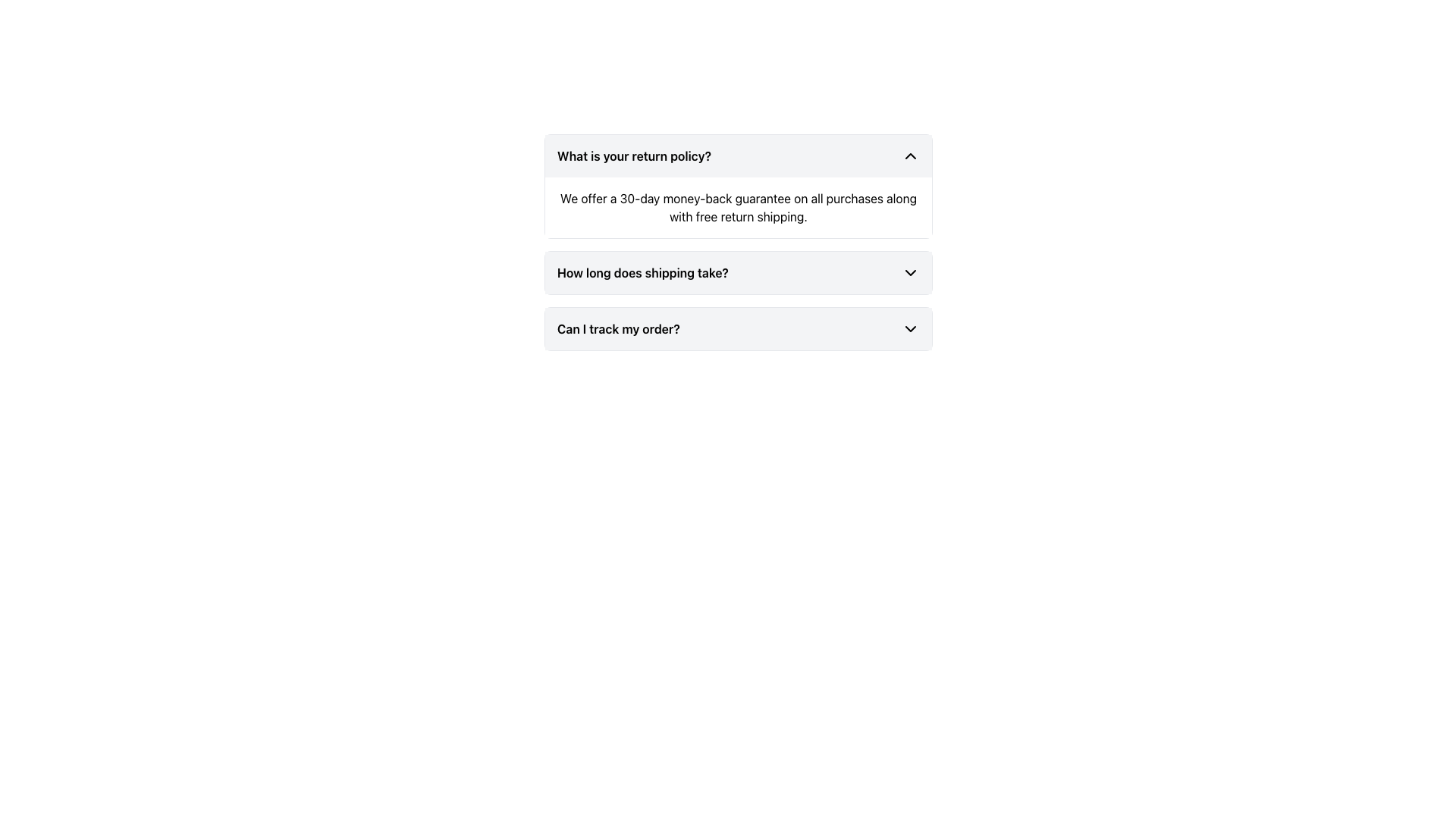 The height and width of the screenshot is (819, 1456). What do you see at coordinates (634, 155) in the screenshot?
I see `the text label displaying 'What is your return policy?' which is located at the top-left of its grey button-like area in the collapsible section` at bounding box center [634, 155].